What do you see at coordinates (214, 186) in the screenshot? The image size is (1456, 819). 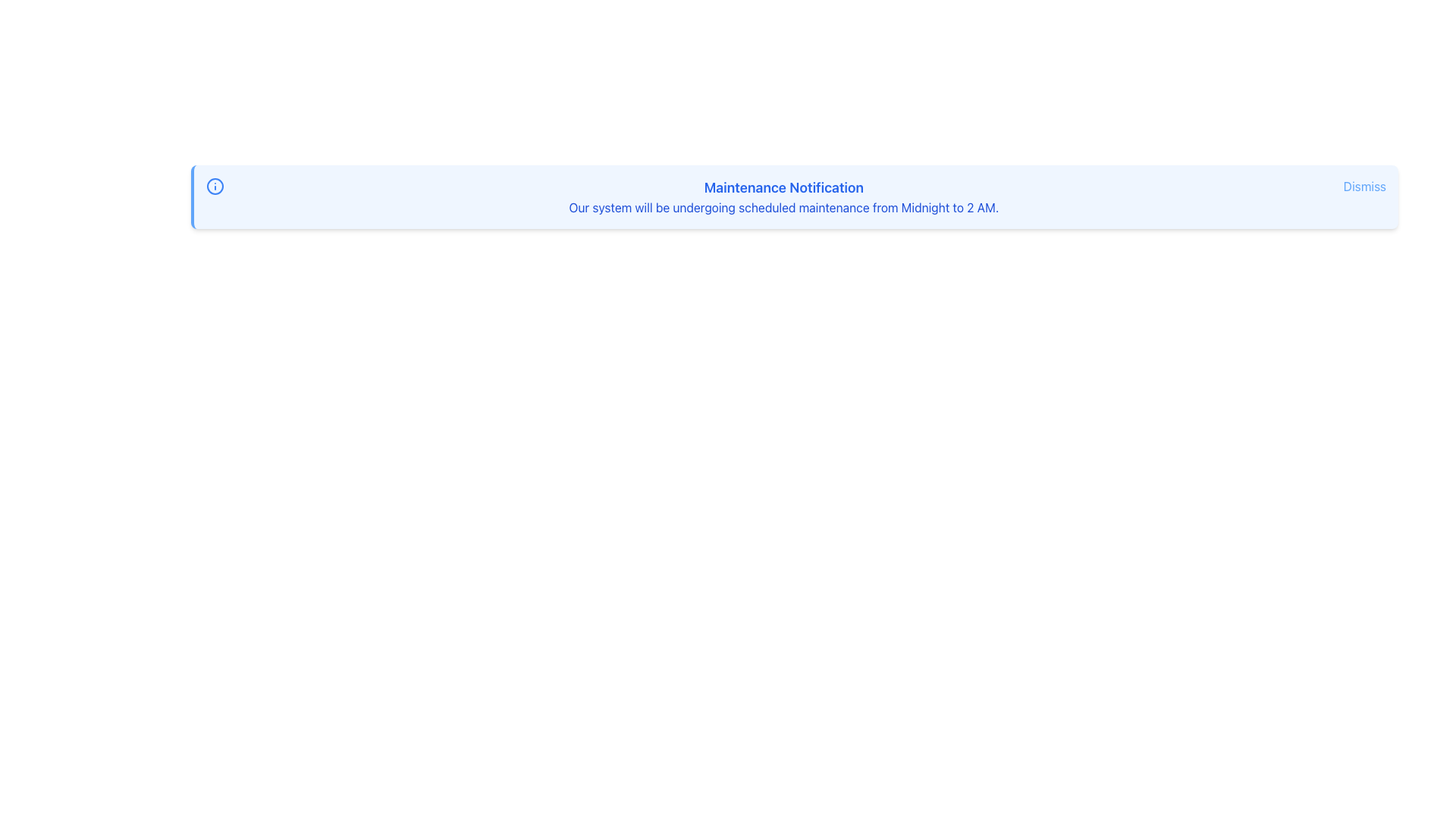 I see `the empty circular shape located inside the blue-bordered informational icon on the left side of the light blue notification bar` at bounding box center [214, 186].